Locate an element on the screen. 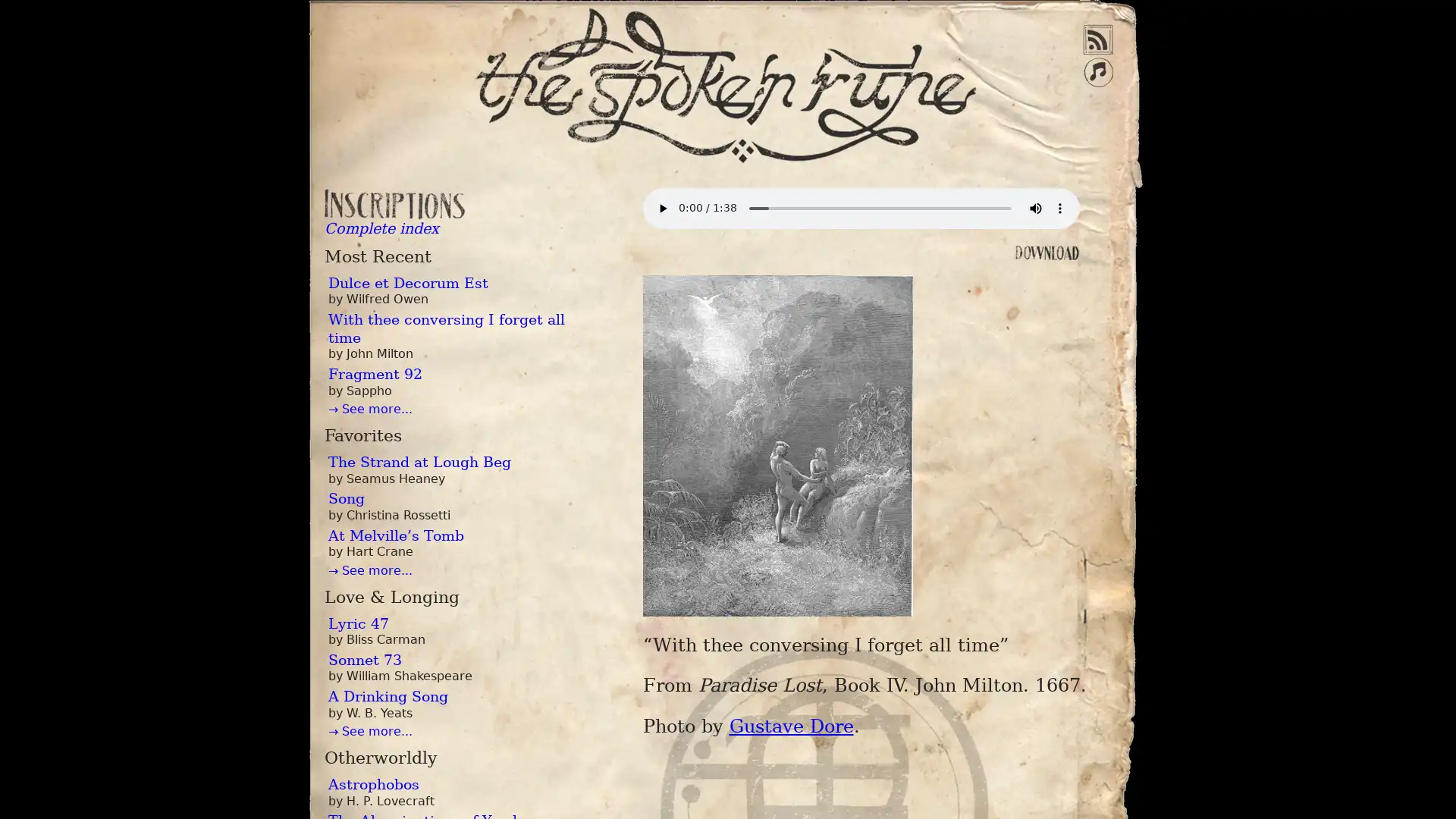 The height and width of the screenshot is (819, 1456). play is located at coordinates (662, 208).